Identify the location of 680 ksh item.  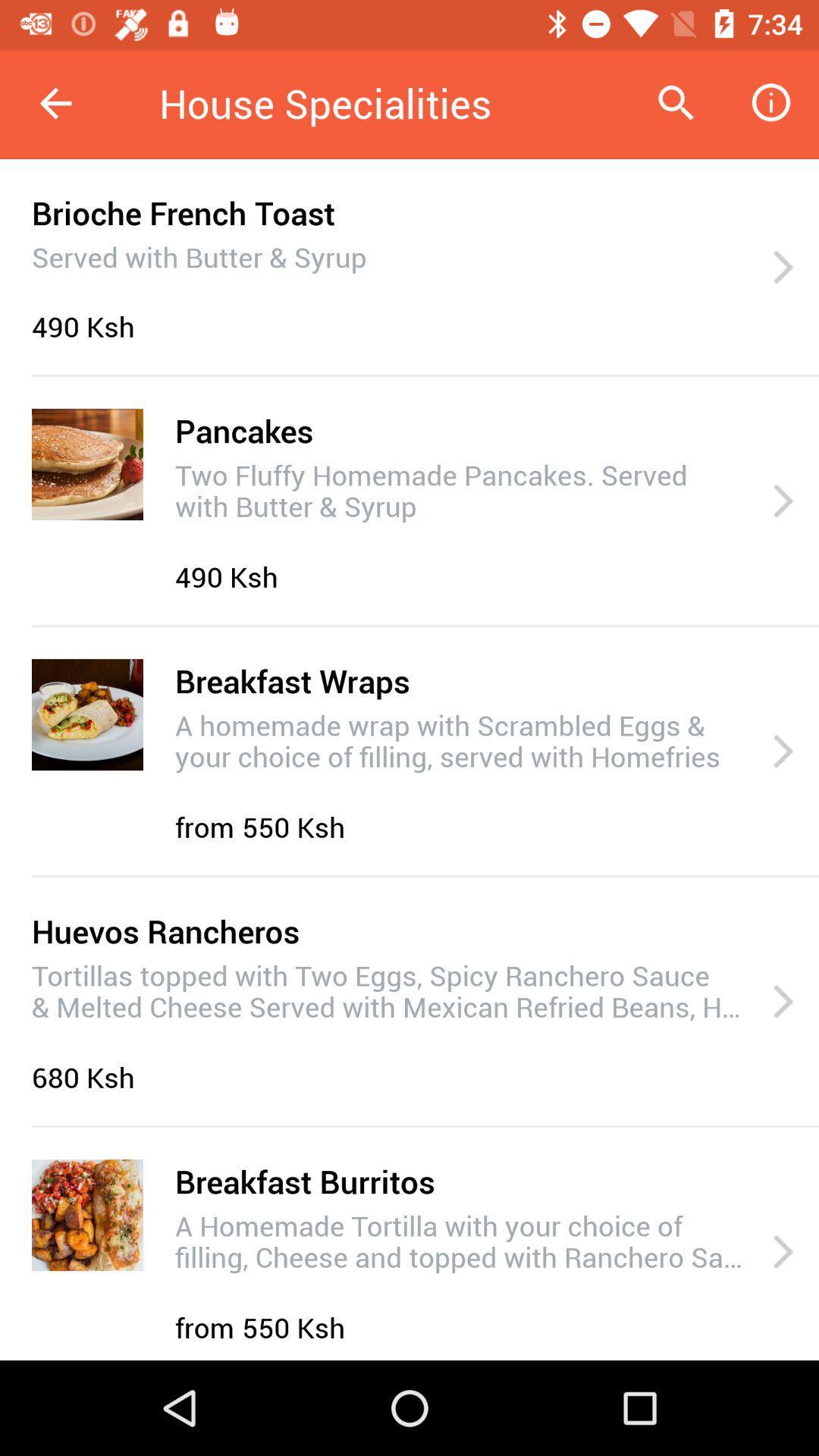
(87, 1076).